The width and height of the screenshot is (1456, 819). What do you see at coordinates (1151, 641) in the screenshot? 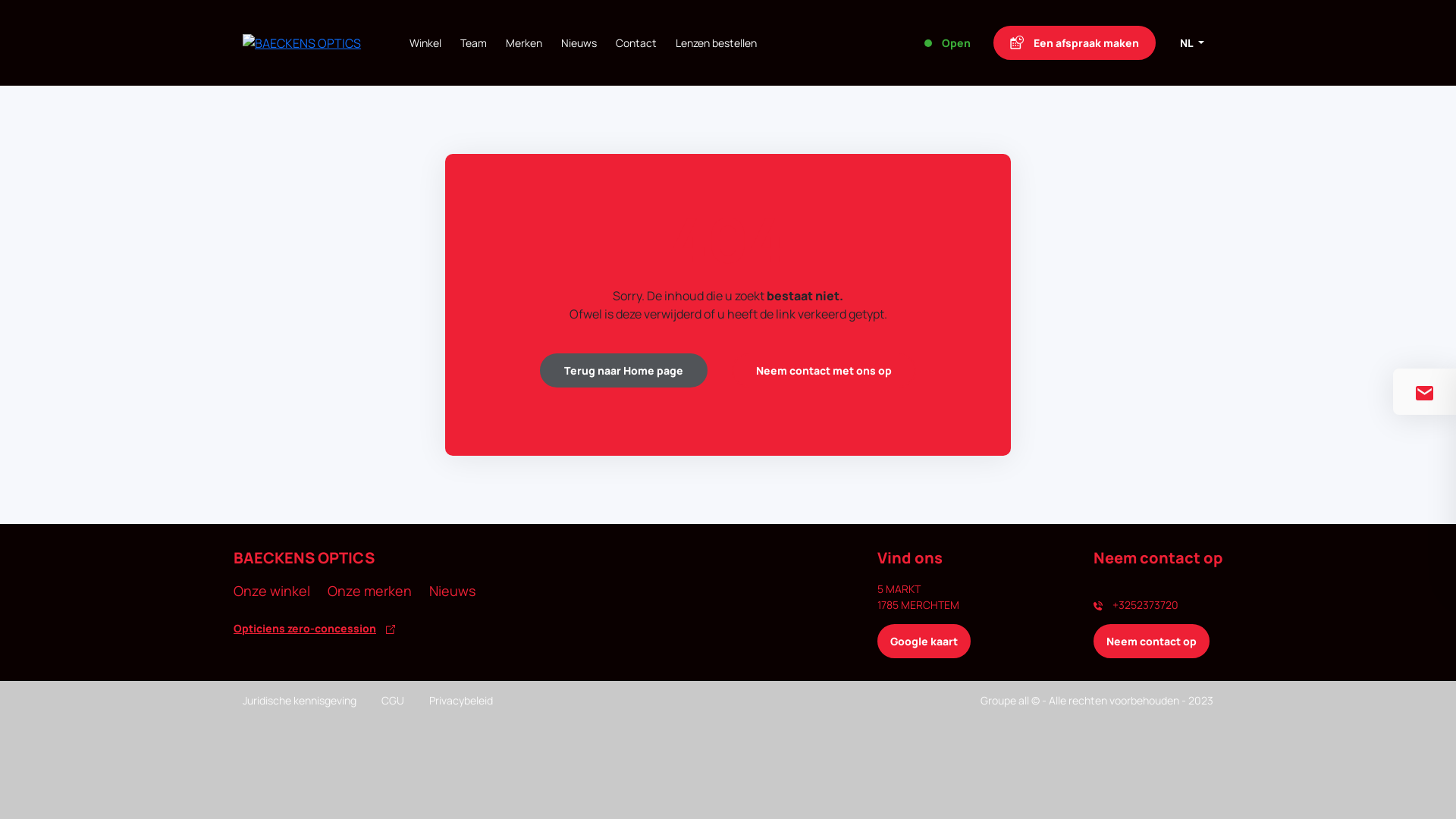
I see `'Neem contact op'` at bounding box center [1151, 641].